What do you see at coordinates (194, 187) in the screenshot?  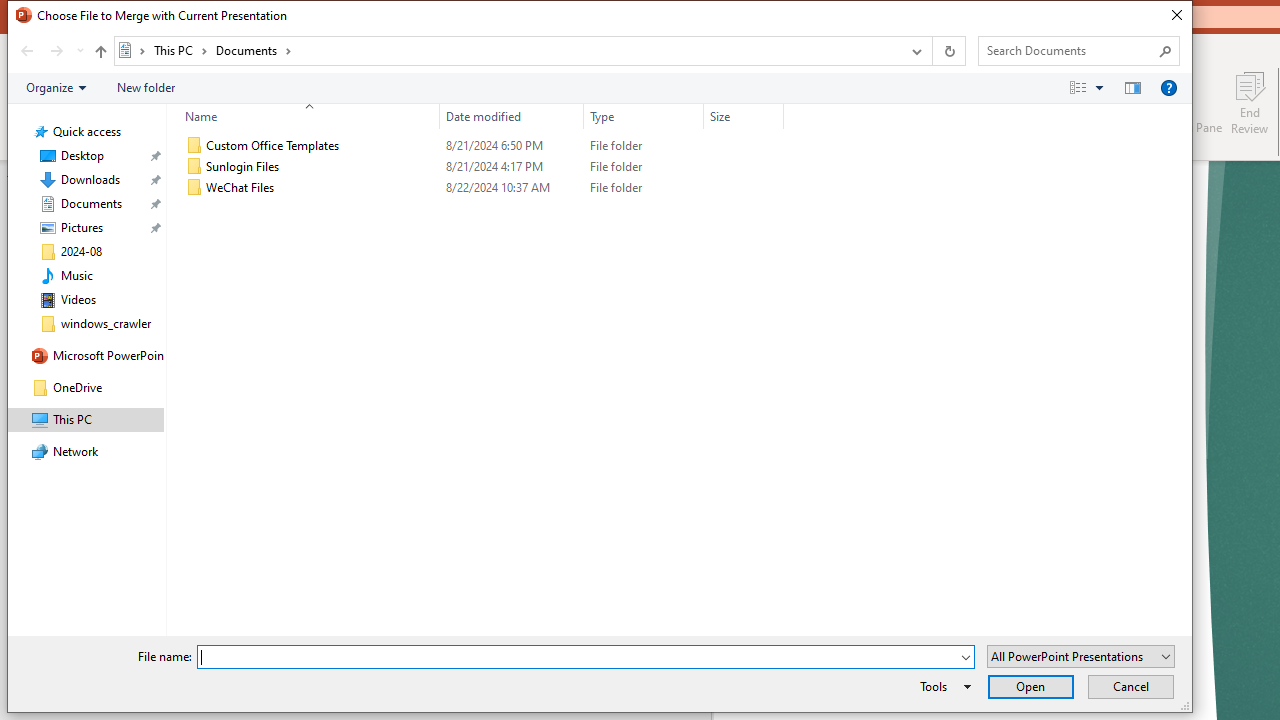 I see `'Class: UIImage'` at bounding box center [194, 187].